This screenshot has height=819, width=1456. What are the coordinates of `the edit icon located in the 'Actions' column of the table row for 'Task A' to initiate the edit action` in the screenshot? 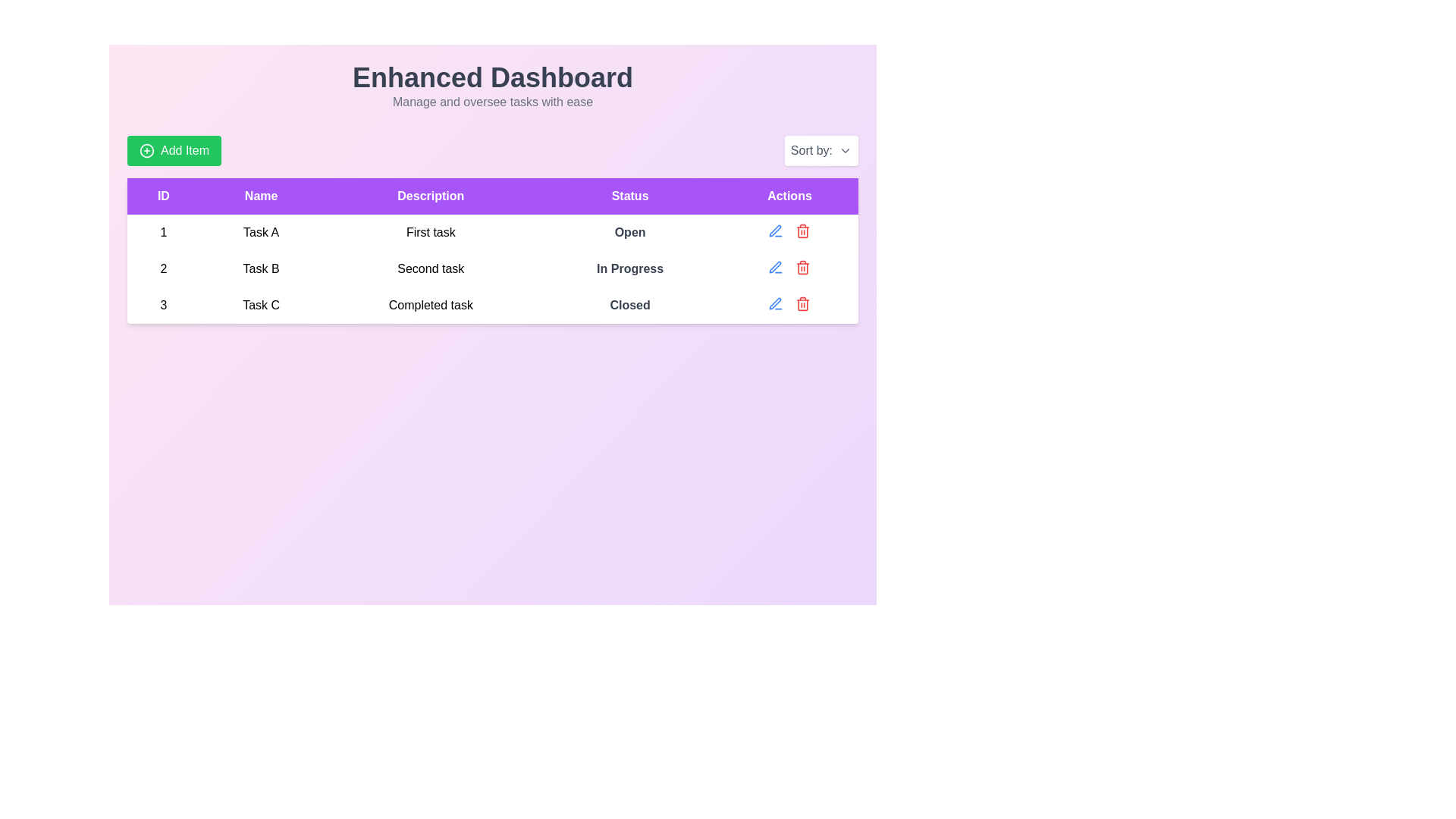 It's located at (775, 266).